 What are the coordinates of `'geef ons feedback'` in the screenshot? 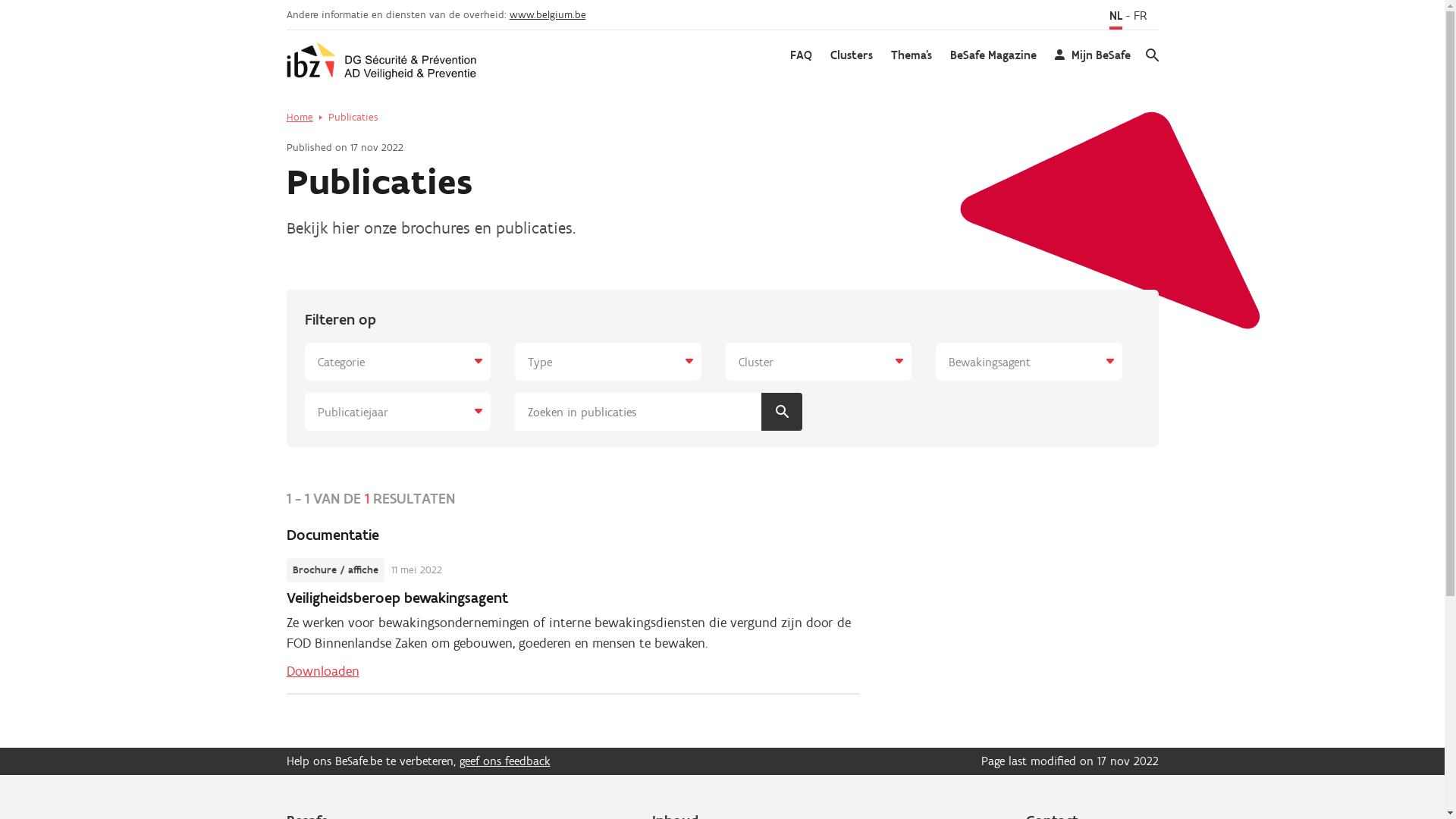 It's located at (505, 761).